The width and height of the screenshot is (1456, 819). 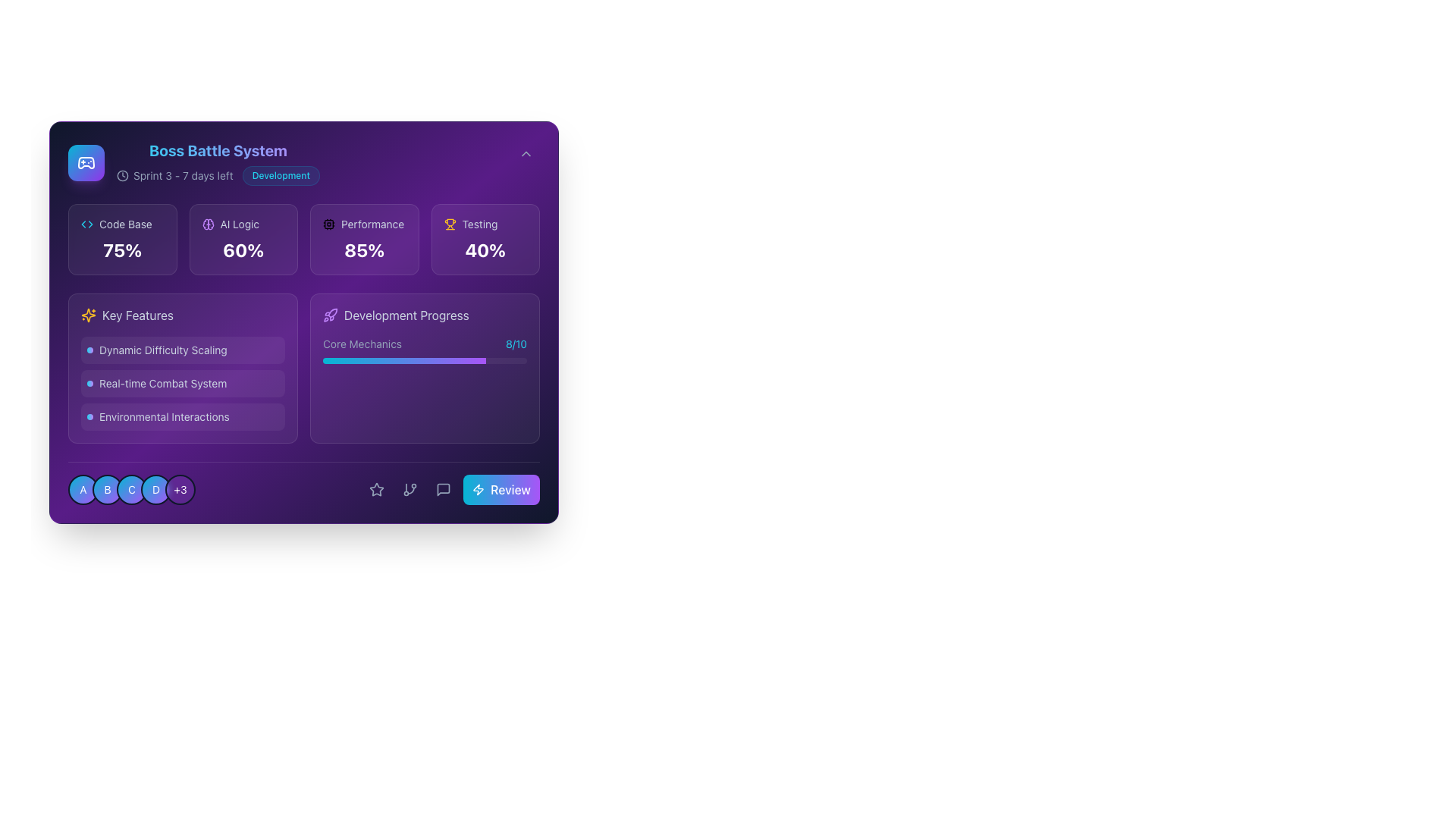 I want to click on descriptive text label 'AI Logic' located in the upper center section of the main interface, specifically in the second box of a horizontal row of four, so click(x=239, y=224).